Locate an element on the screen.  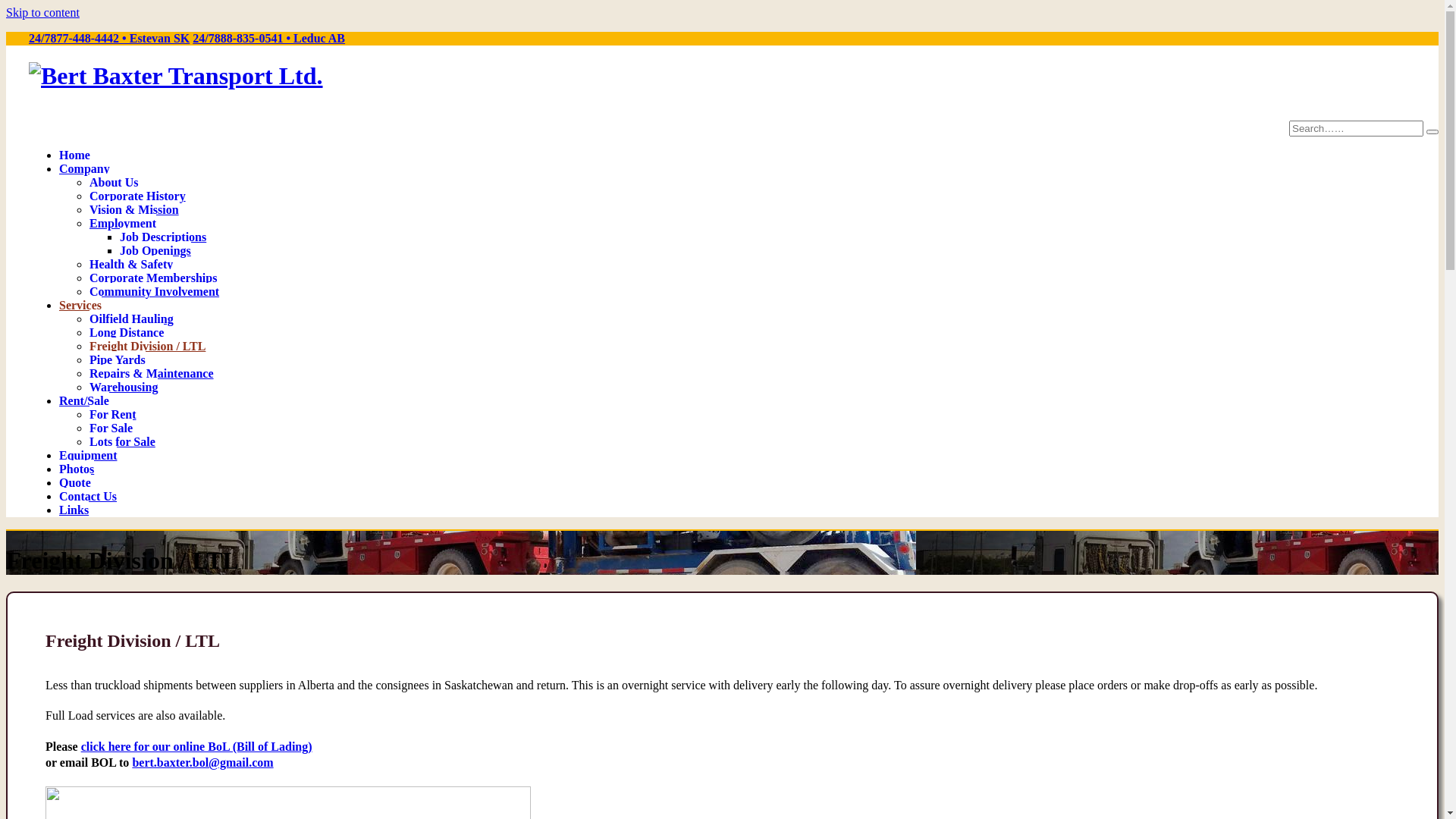
'Corporate History' is located at coordinates (137, 194).